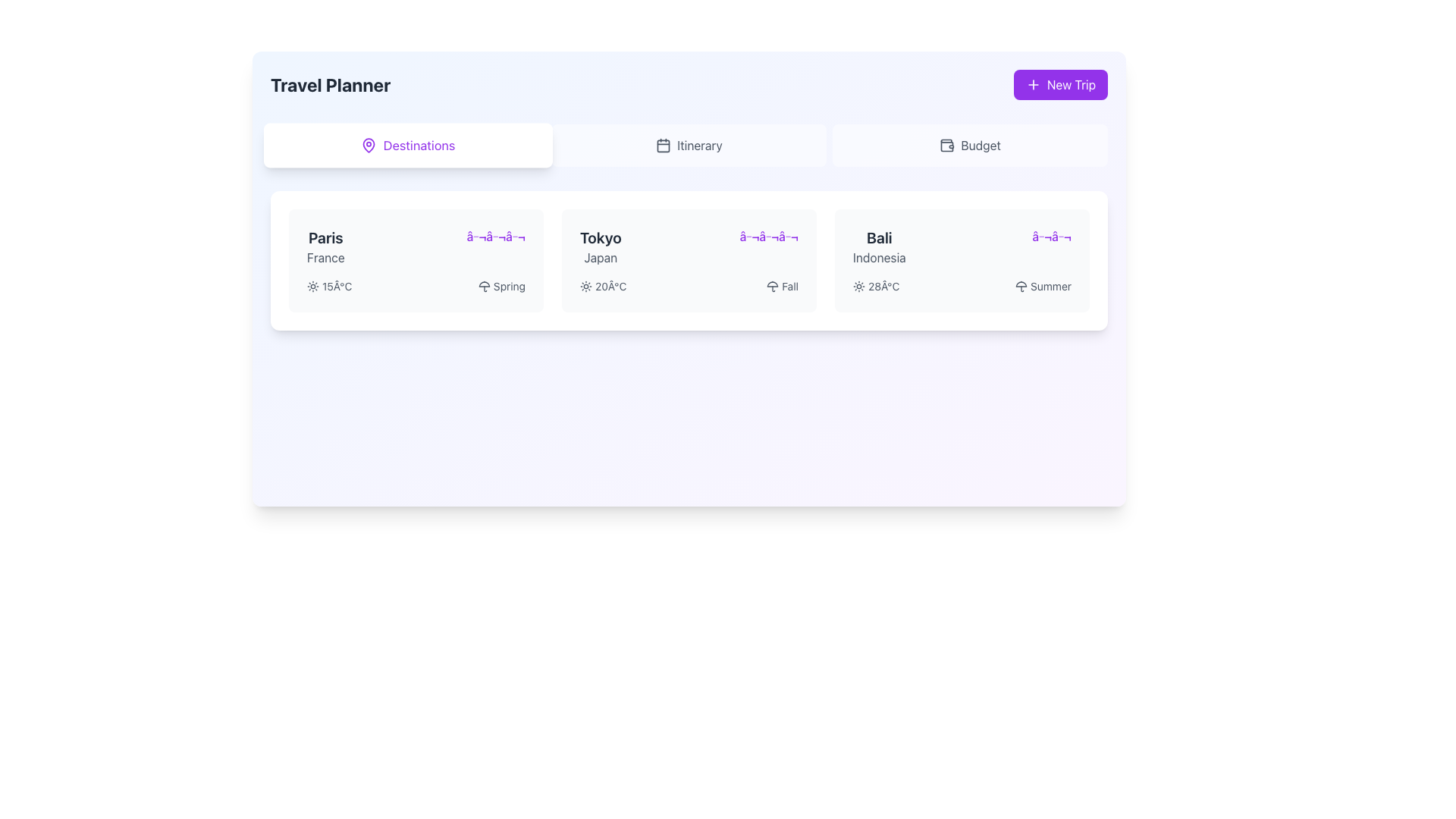  What do you see at coordinates (602, 287) in the screenshot?
I see `the temperature indicator for Tokyo, Japan, which is the first component under the city cards section, positioned left of the 'Fall' label` at bounding box center [602, 287].